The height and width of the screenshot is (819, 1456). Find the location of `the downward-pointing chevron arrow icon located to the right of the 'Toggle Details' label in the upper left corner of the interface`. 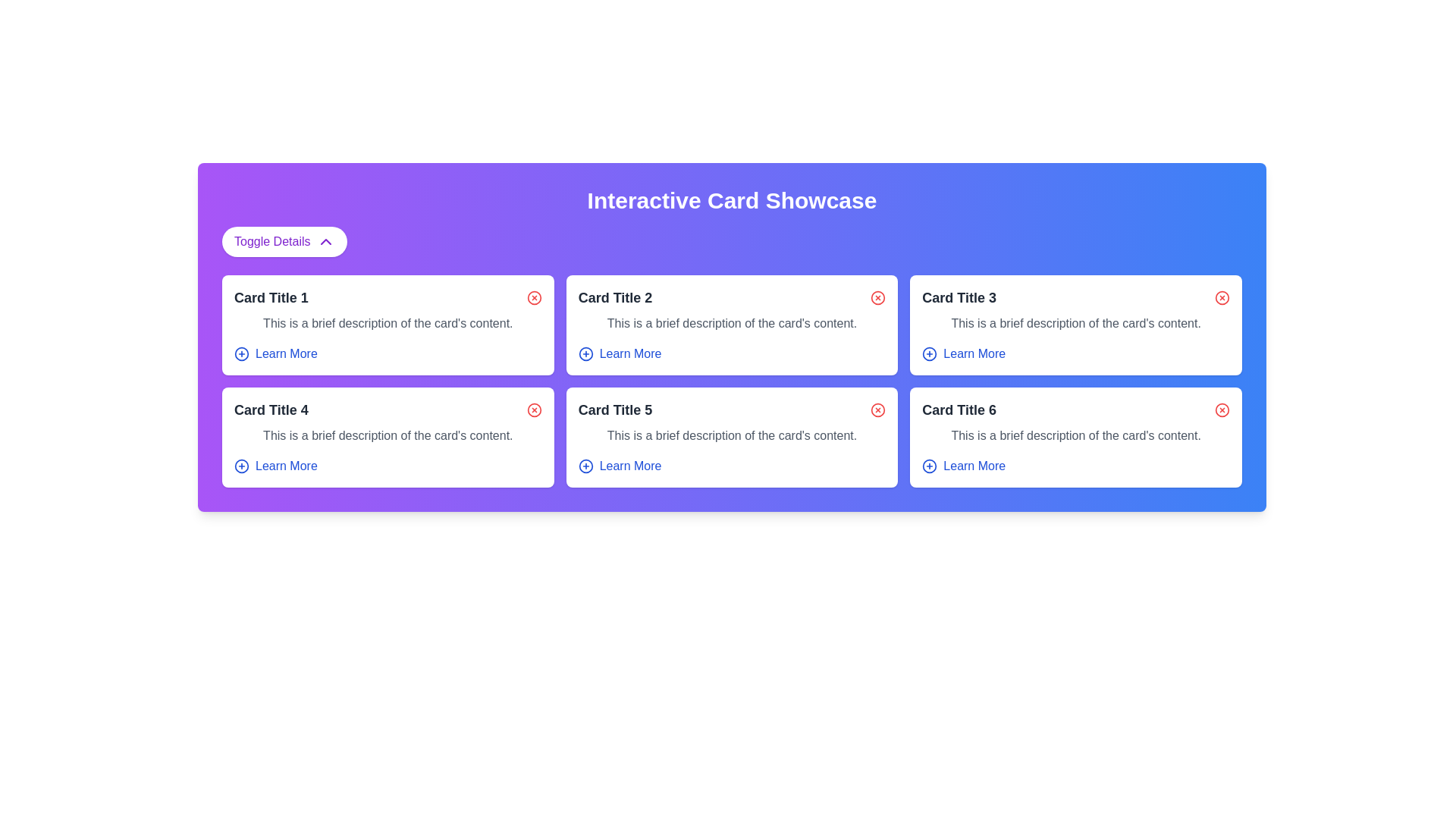

the downward-pointing chevron arrow icon located to the right of the 'Toggle Details' label in the upper left corner of the interface is located at coordinates (325, 241).